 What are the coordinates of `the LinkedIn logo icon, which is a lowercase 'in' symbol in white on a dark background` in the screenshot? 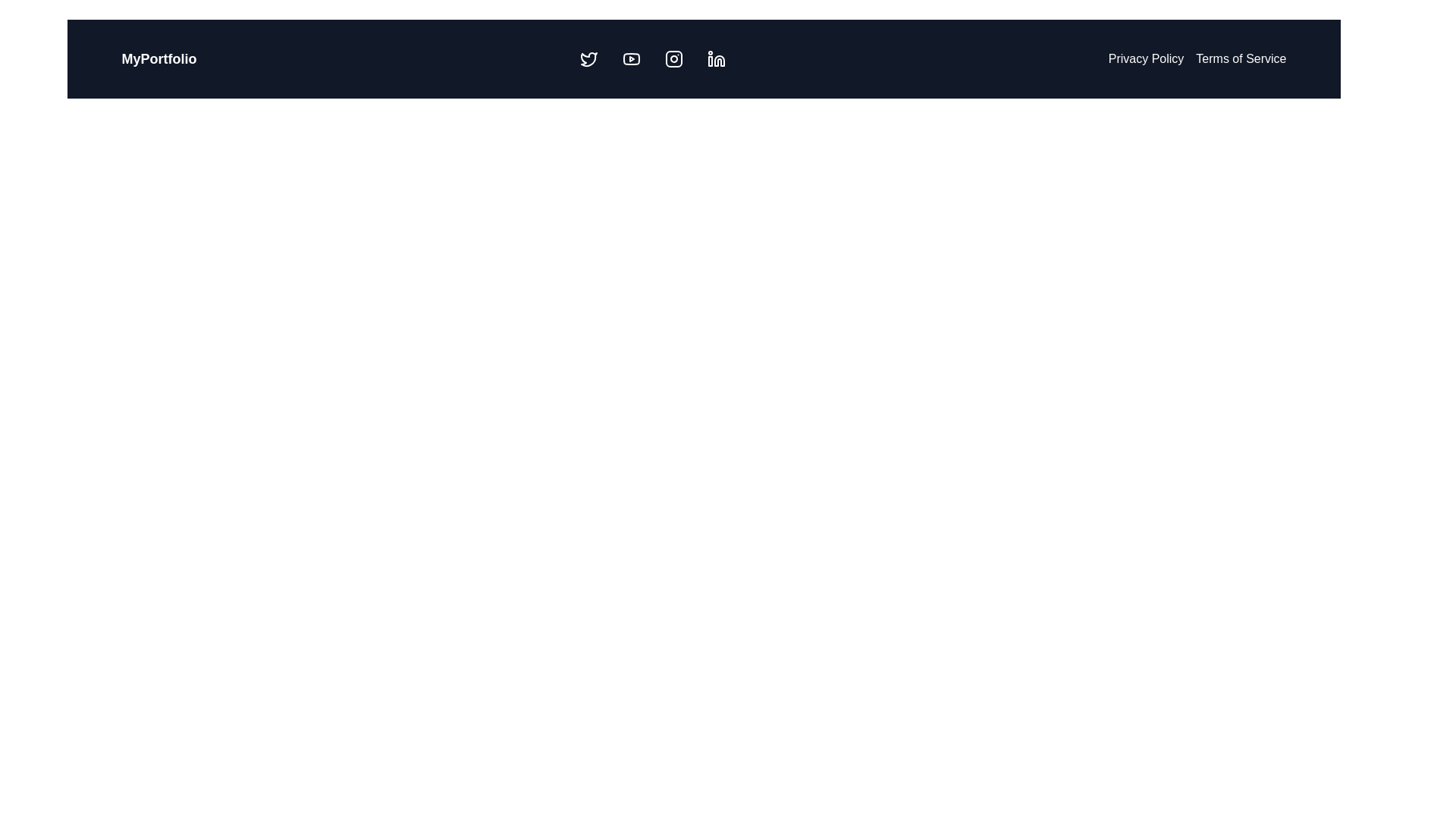 It's located at (715, 58).